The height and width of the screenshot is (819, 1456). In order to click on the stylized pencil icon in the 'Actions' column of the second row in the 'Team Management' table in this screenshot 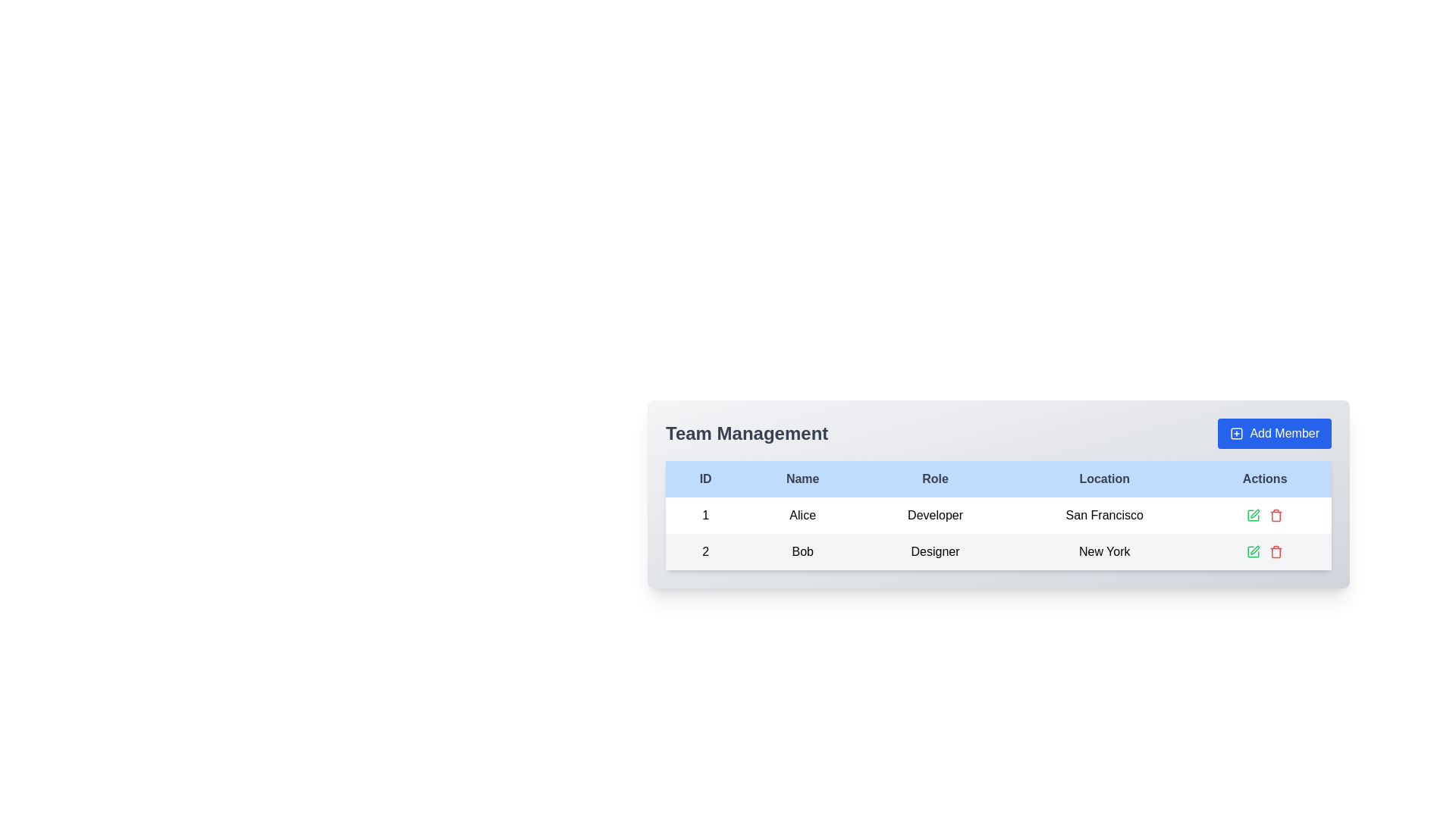, I will do `click(1255, 550)`.